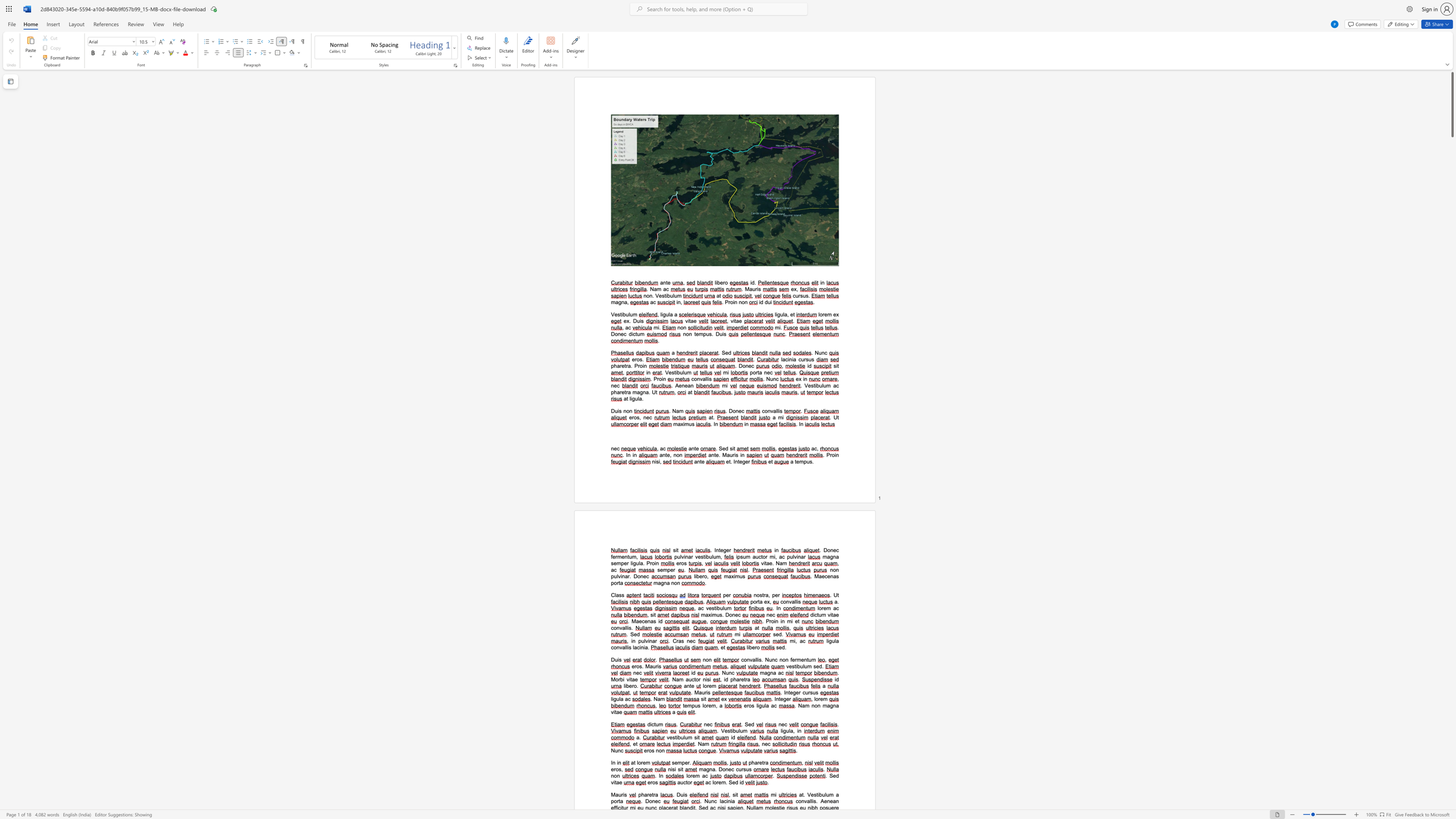 The image size is (1456, 819). What do you see at coordinates (680, 372) in the screenshot?
I see `the space between the continuous character "b" and "u" in the text` at bounding box center [680, 372].